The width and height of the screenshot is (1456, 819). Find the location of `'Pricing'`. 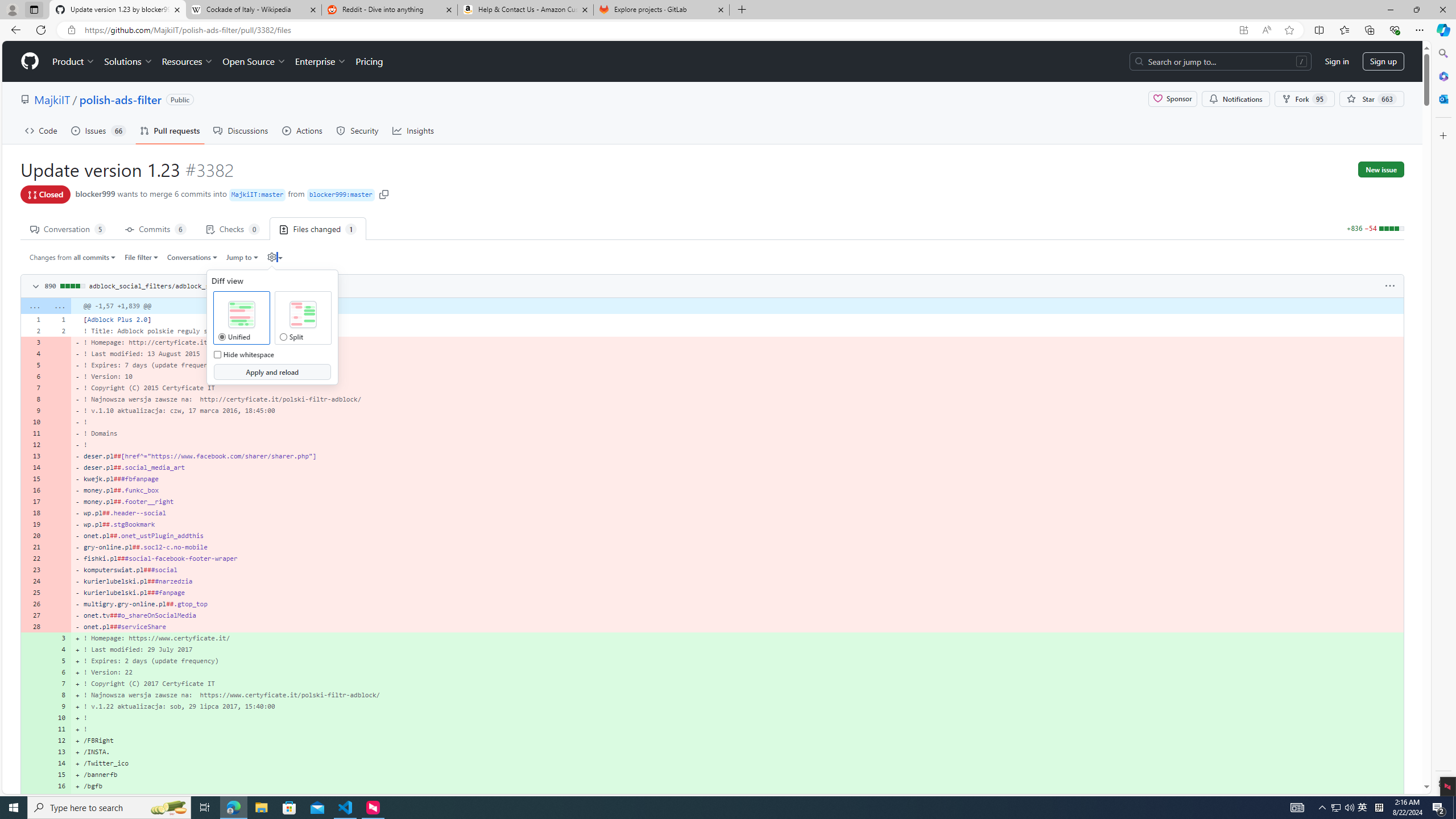

'Pricing' is located at coordinates (369, 61).